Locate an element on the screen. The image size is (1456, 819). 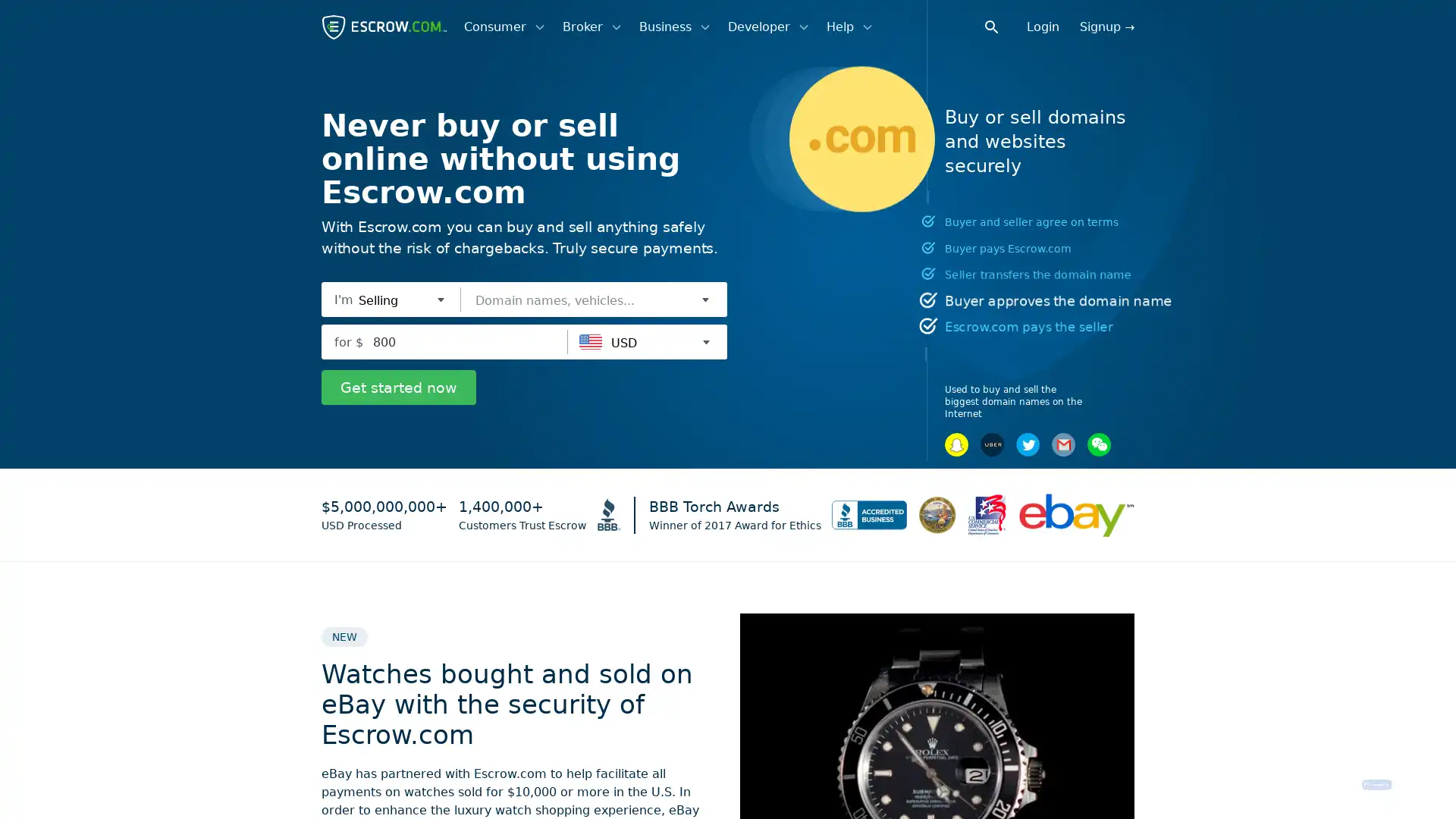
Get started now is located at coordinates (399, 386).